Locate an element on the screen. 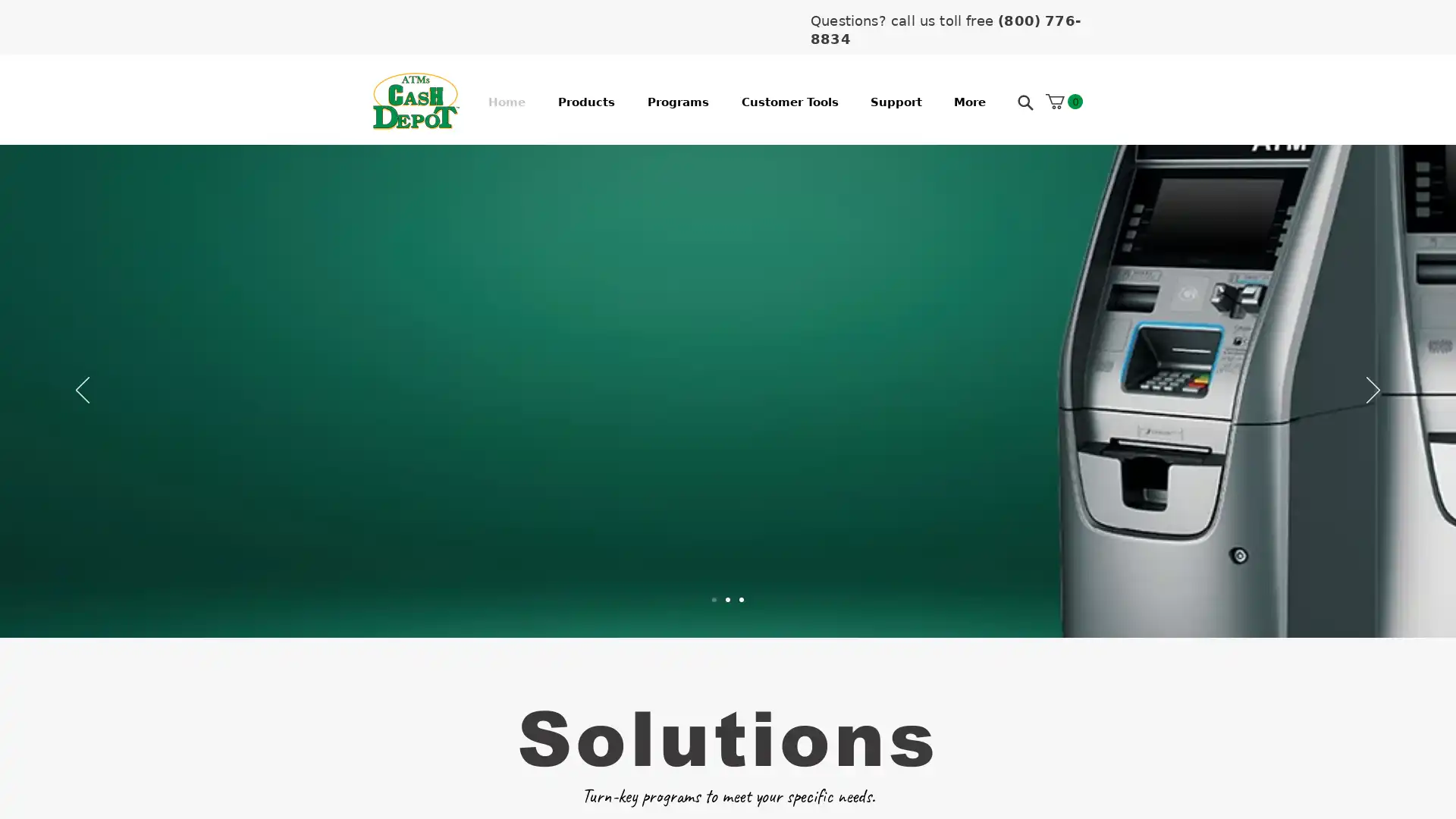 The image size is (1456, 819). Next is located at coordinates (1373, 390).